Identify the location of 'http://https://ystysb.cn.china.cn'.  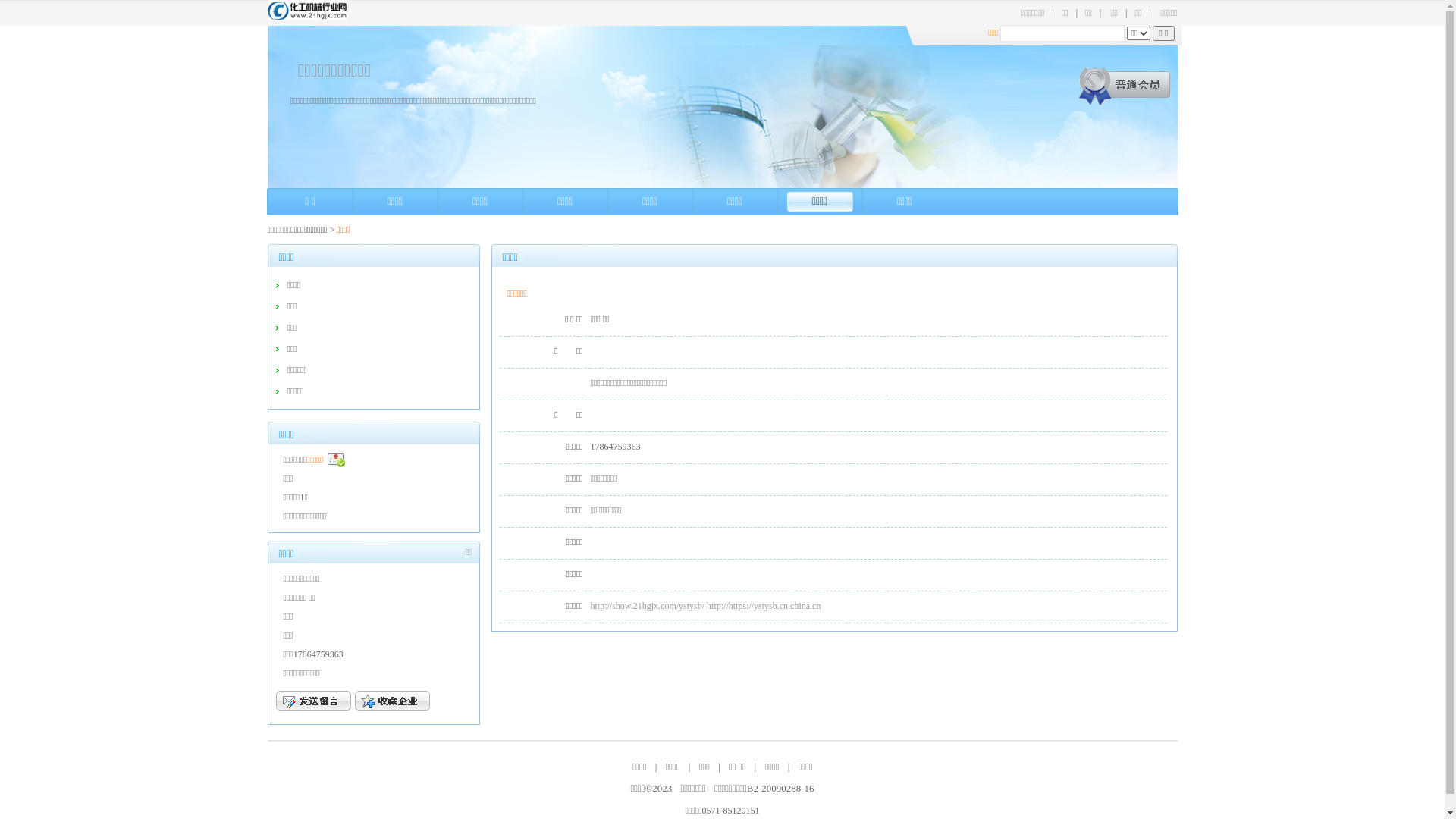
(764, 604).